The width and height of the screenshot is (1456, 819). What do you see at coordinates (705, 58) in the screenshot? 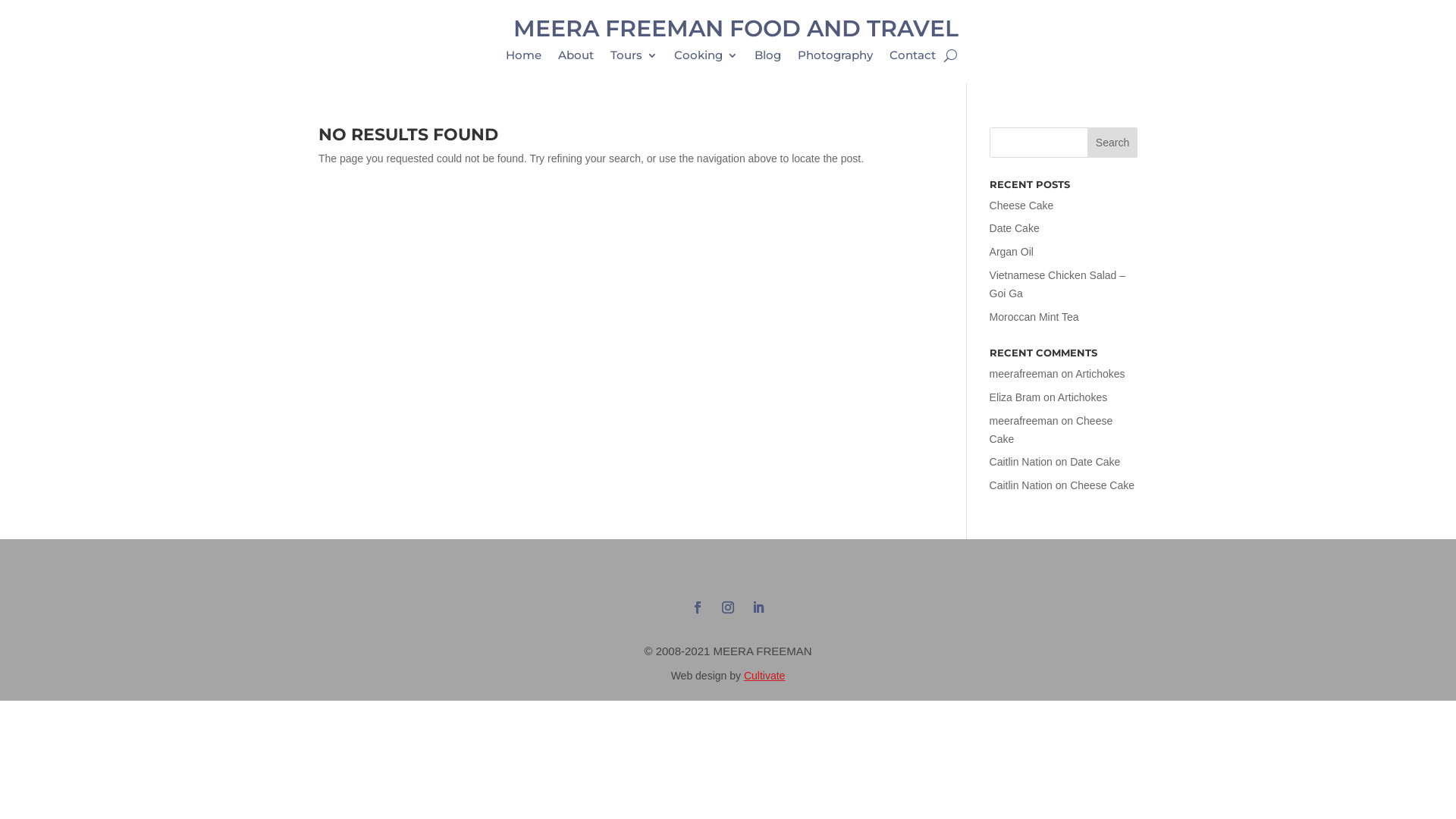
I see `'Cooking'` at bounding box center [705, 58].